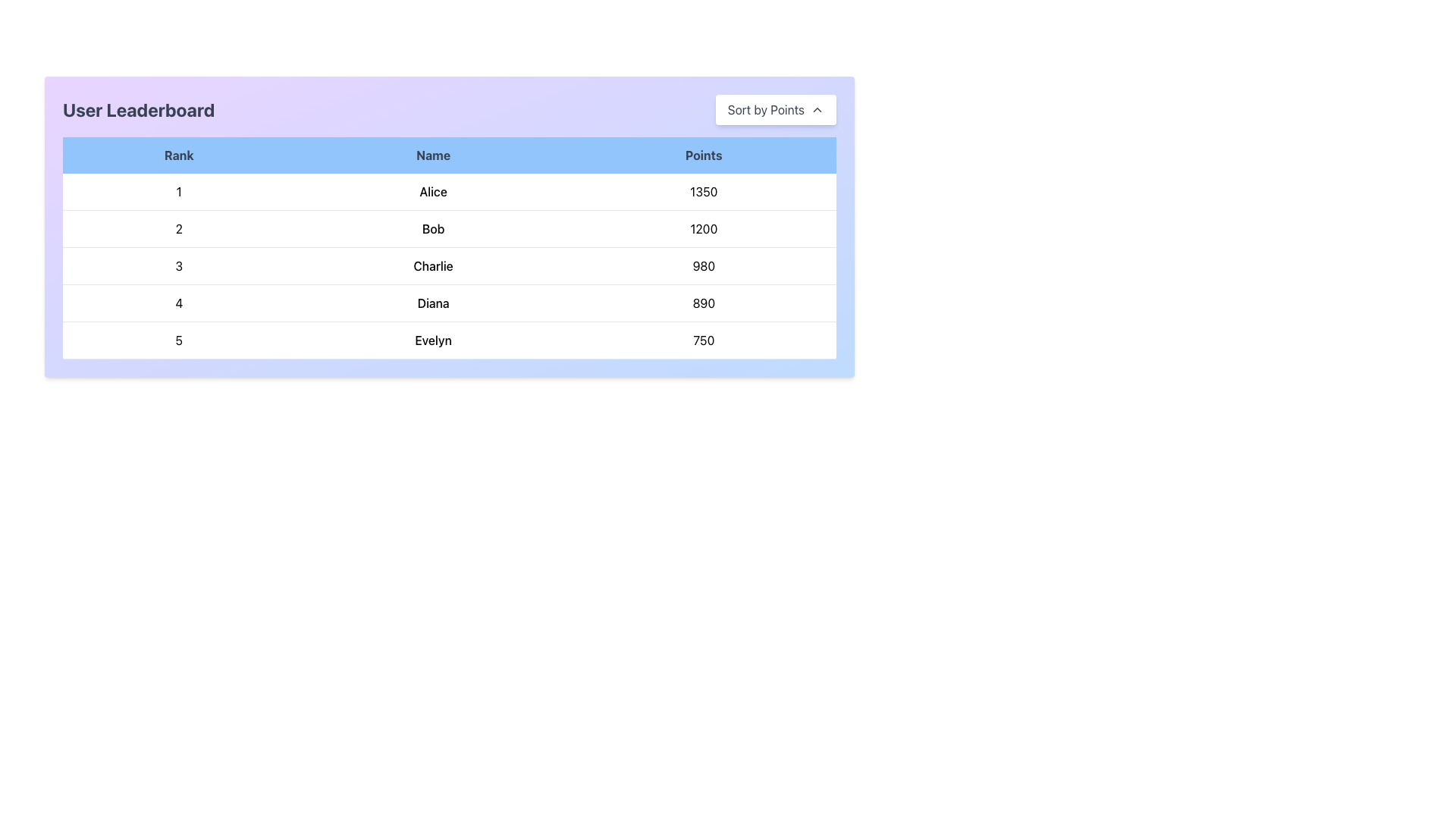 This screenshot has height=819, width=1456. What do you see at coordinates (179, 155) in the screenshot?
I see `the 'Rank' text label, which is the first header in the table indicating rank numbers, located at the leftmost side of the blue header bar` at bounding box center [179, 155].